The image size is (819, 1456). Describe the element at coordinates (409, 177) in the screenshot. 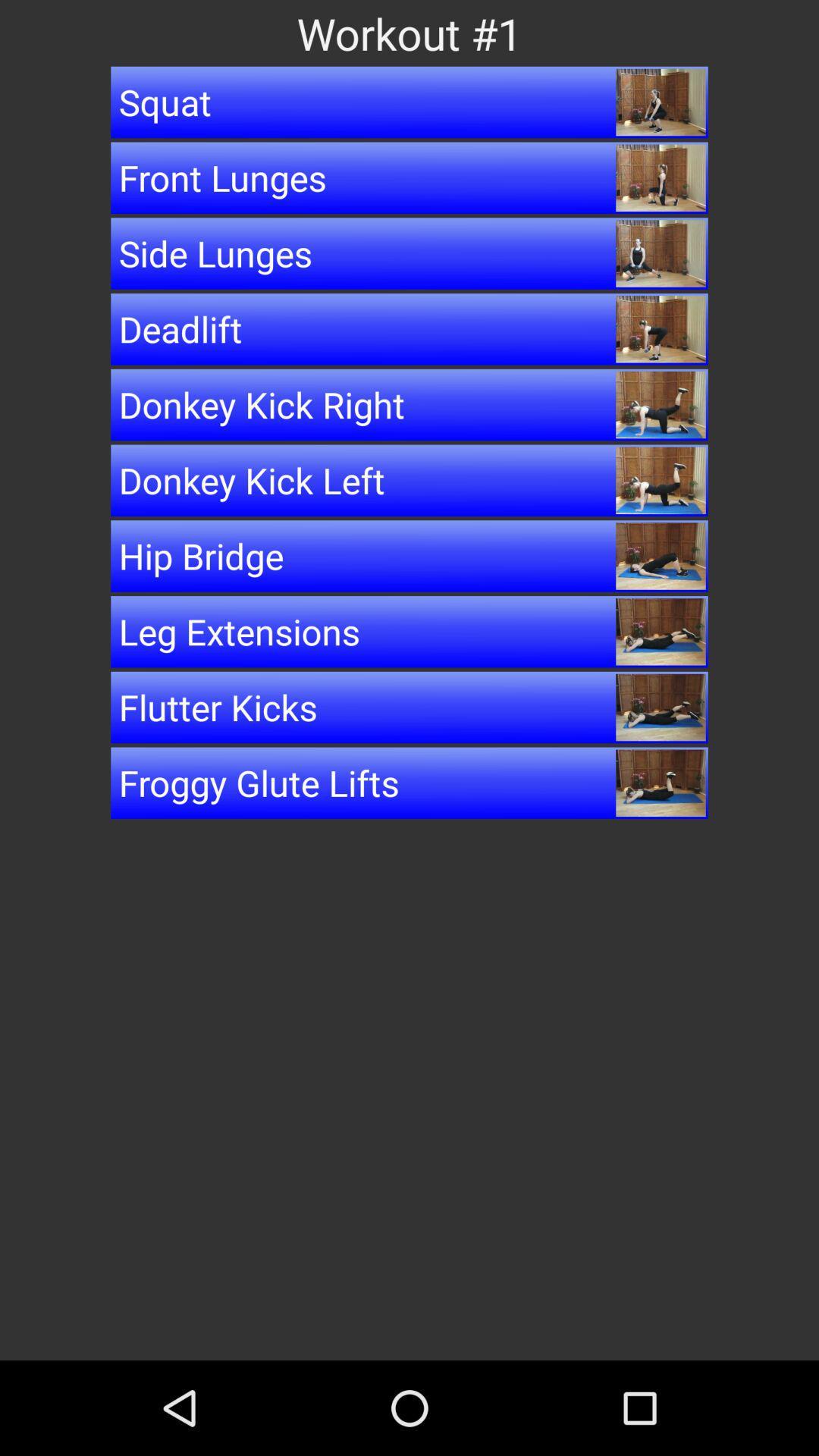

I see `the item above side lunges icon` at that location.